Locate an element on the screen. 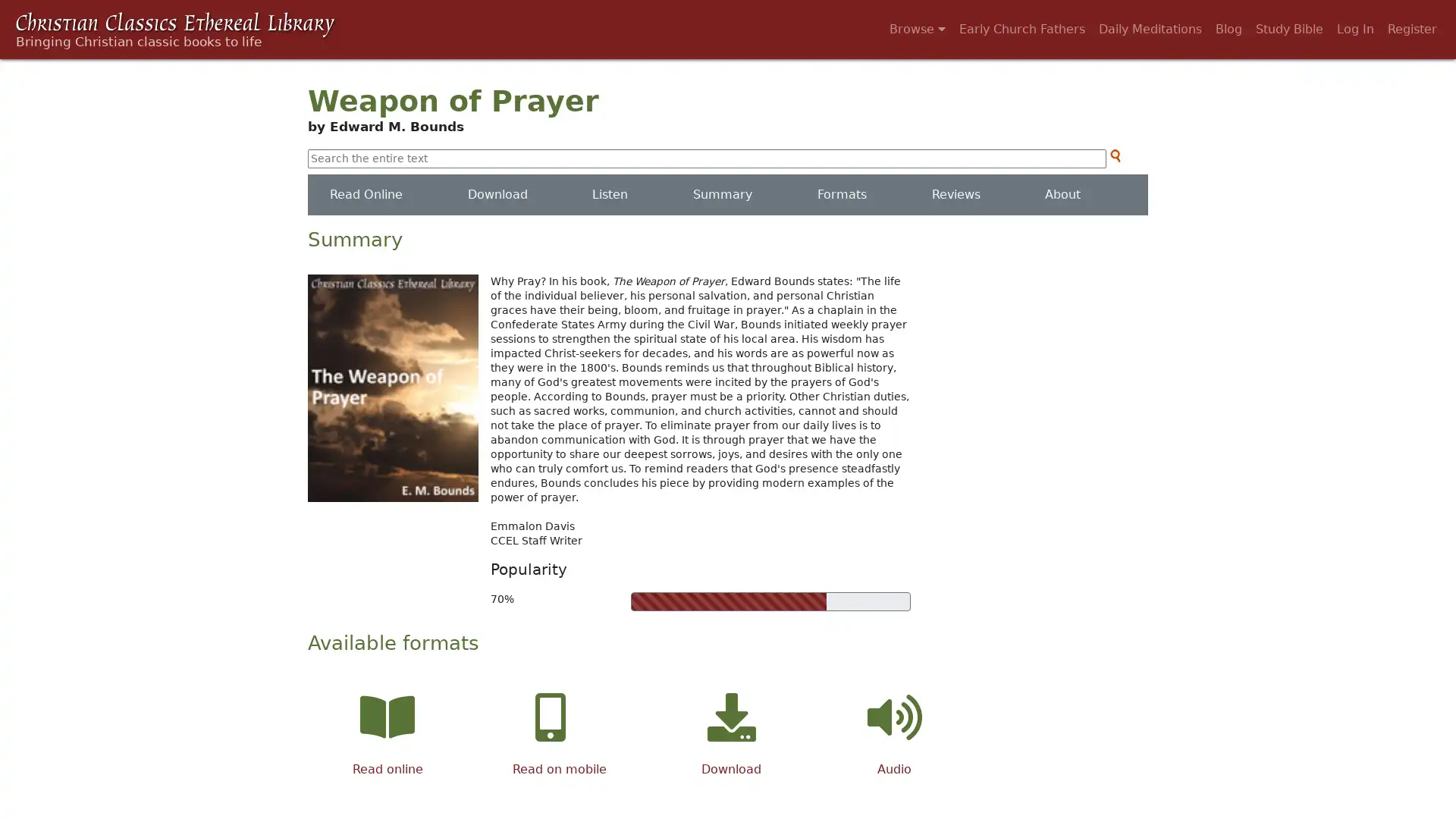 The width and height of the screenshot is (1456, 819). Read Online is located at coordinates (366, 194).